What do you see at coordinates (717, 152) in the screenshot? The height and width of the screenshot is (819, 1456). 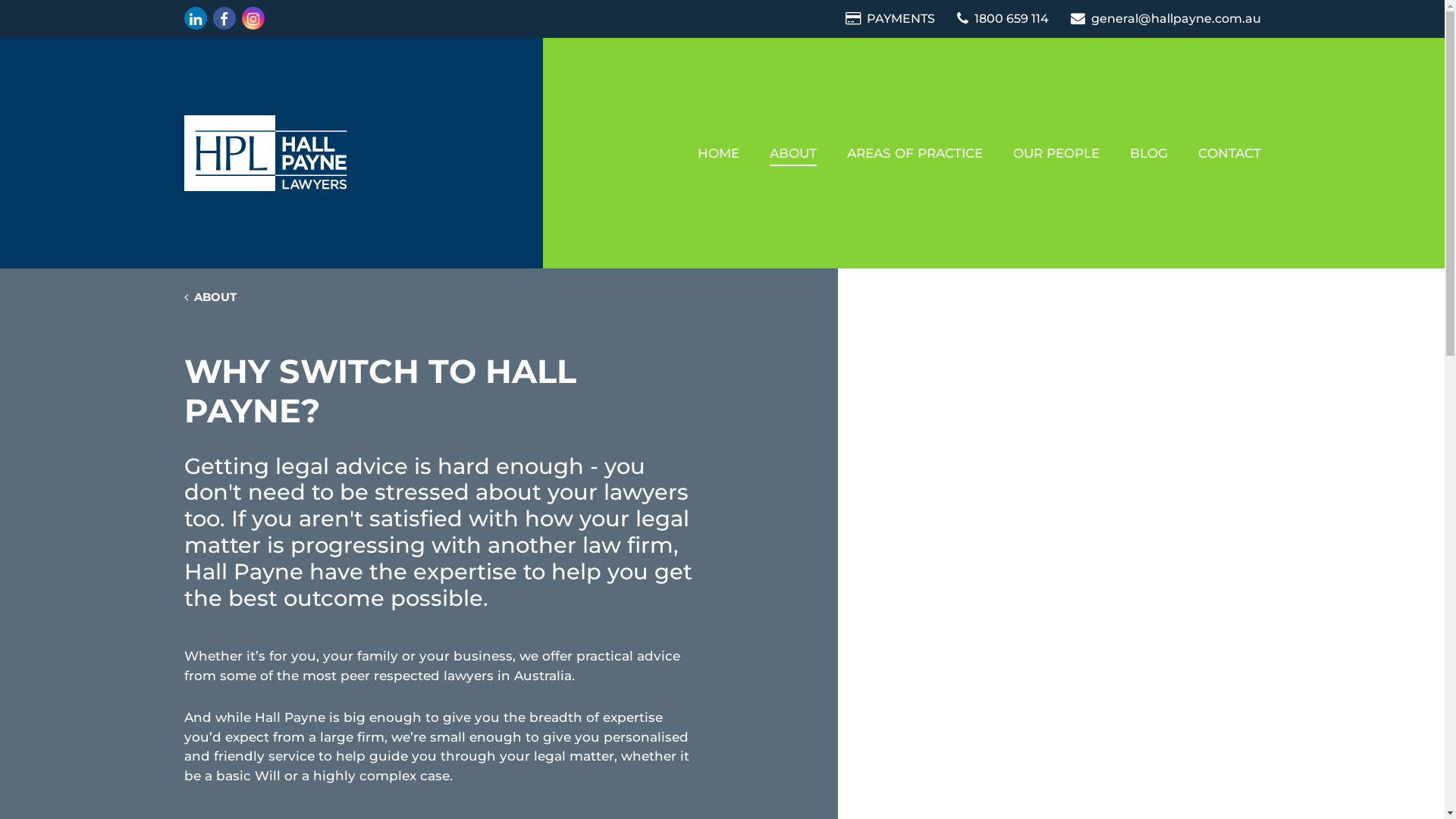 I see `'HOME'` at bounding box center [717, 152].